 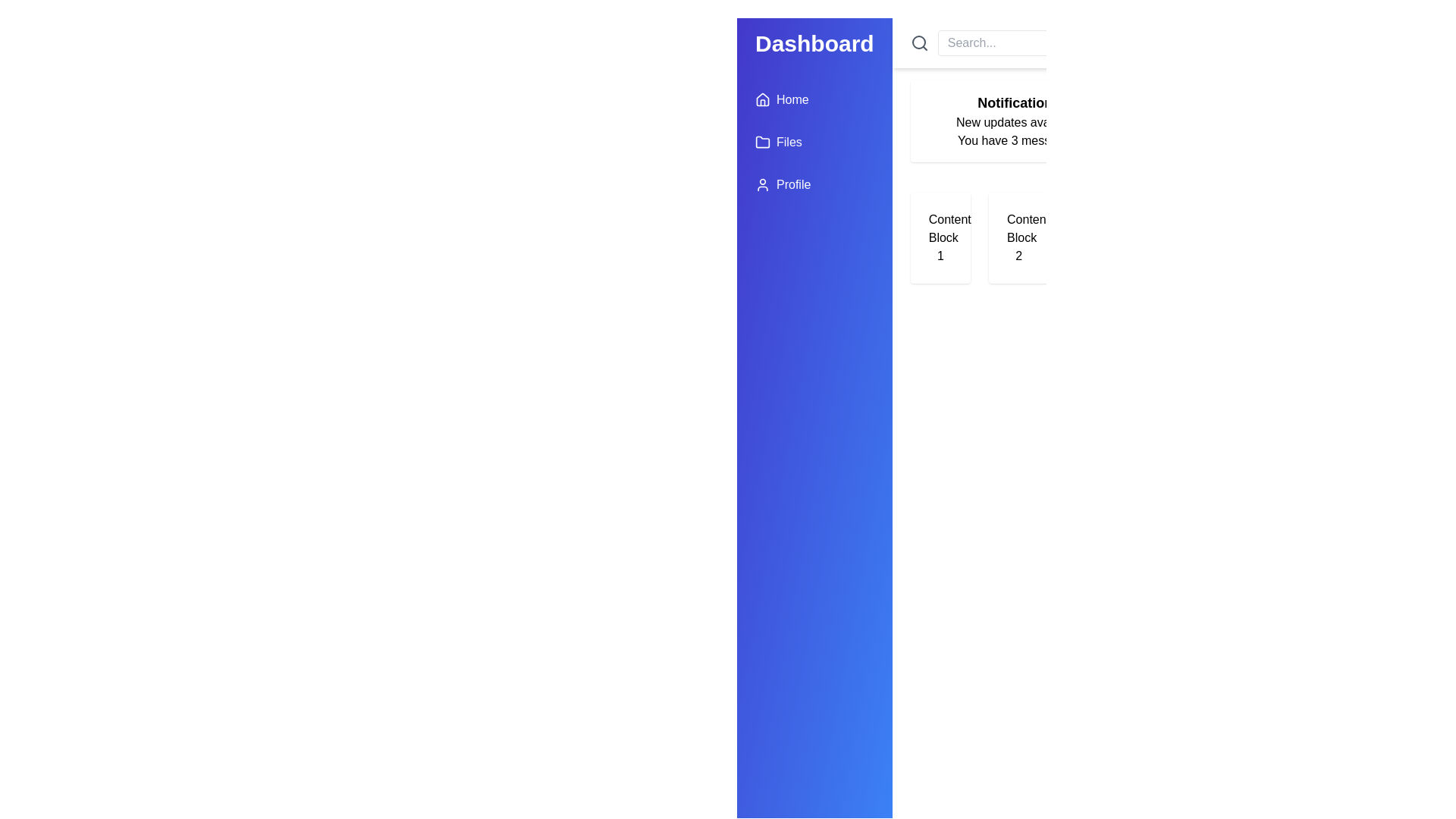 I want to click on the navigation button at the top of the vertical menu, so click(x=782, y=99).